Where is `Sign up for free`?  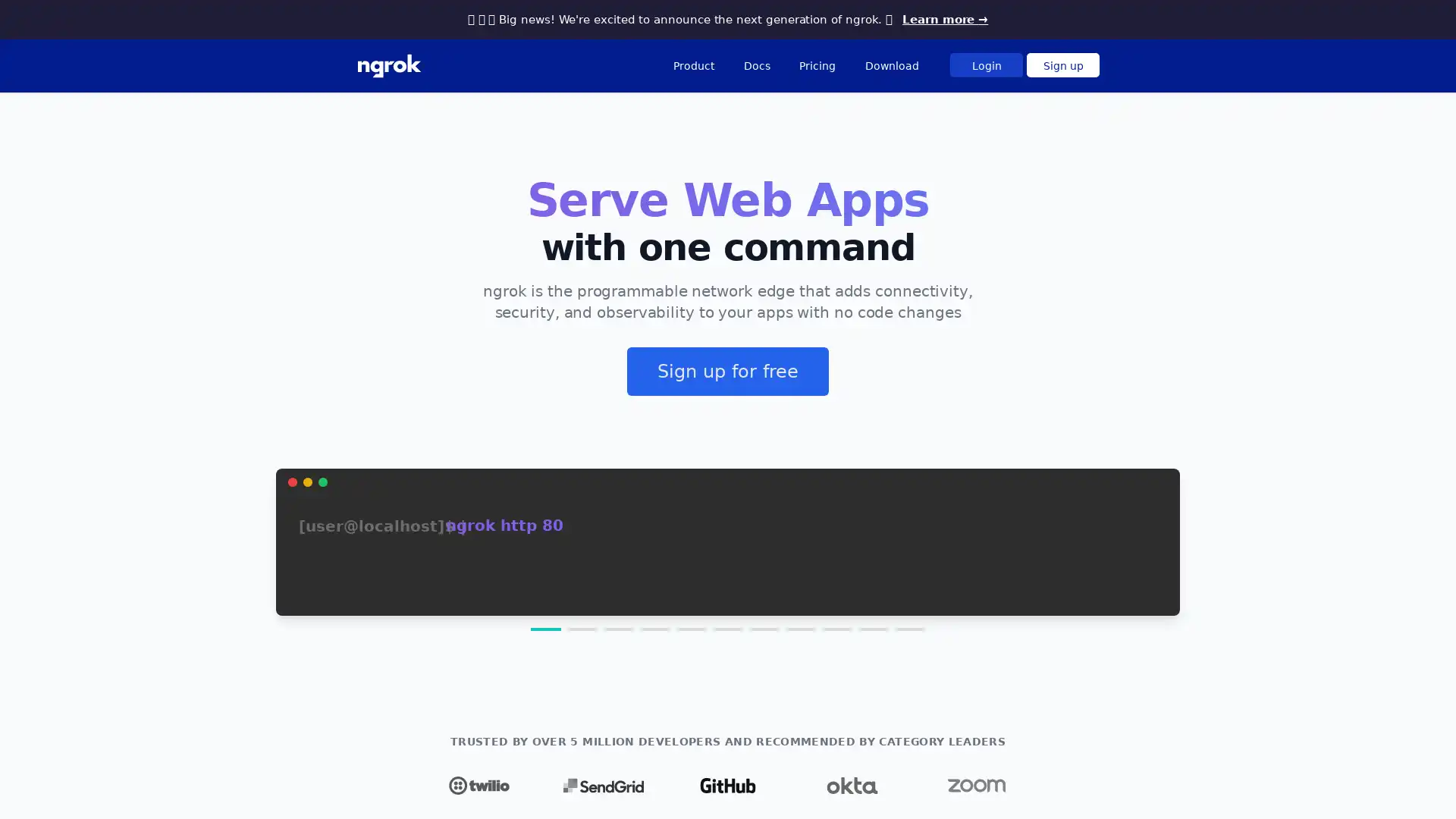 Sign up for free is located at coordinates (728, 371).